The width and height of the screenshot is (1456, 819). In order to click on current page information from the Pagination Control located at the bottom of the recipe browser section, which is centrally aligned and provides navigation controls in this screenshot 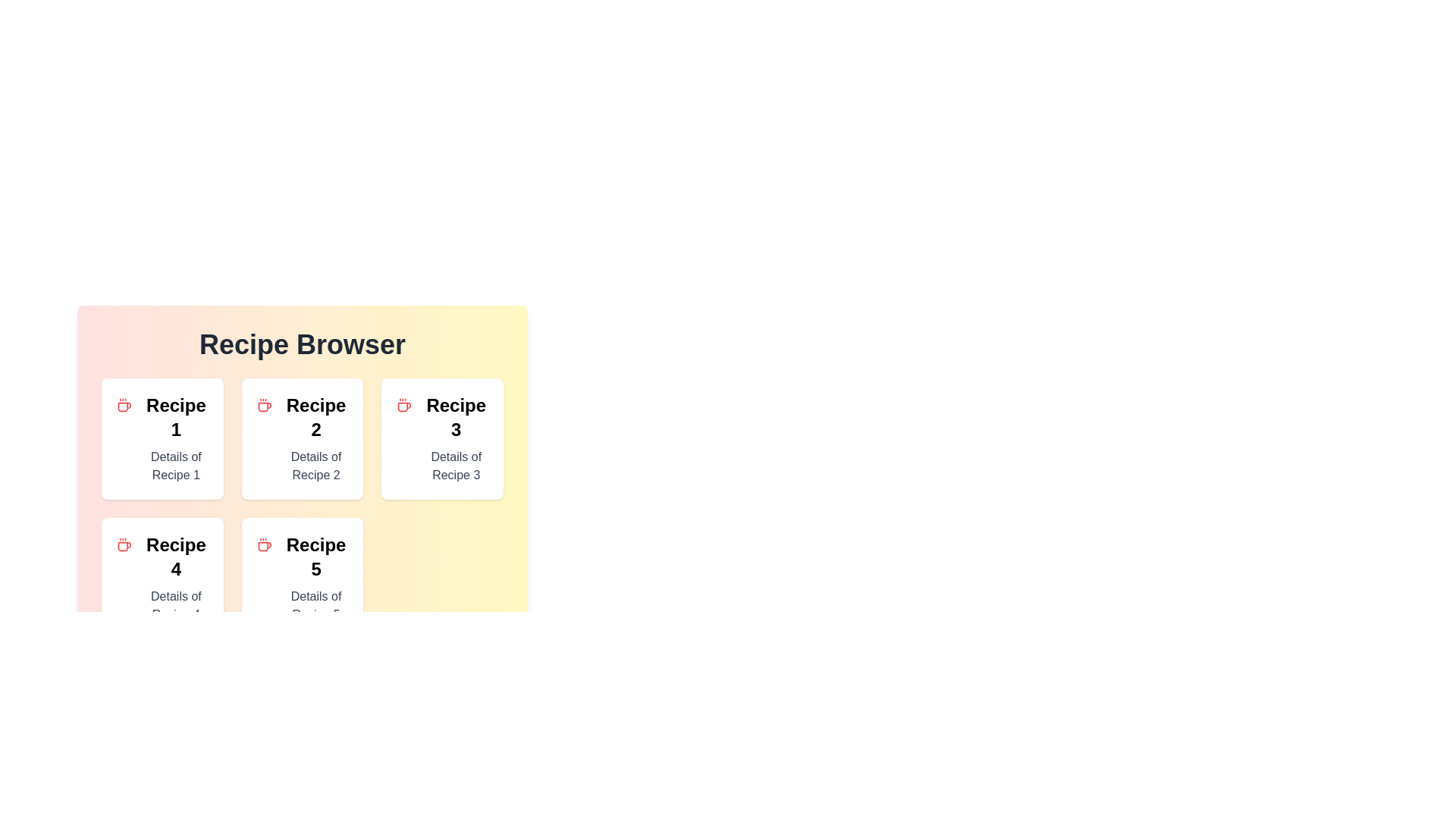, I will do `click(302, 676)`.